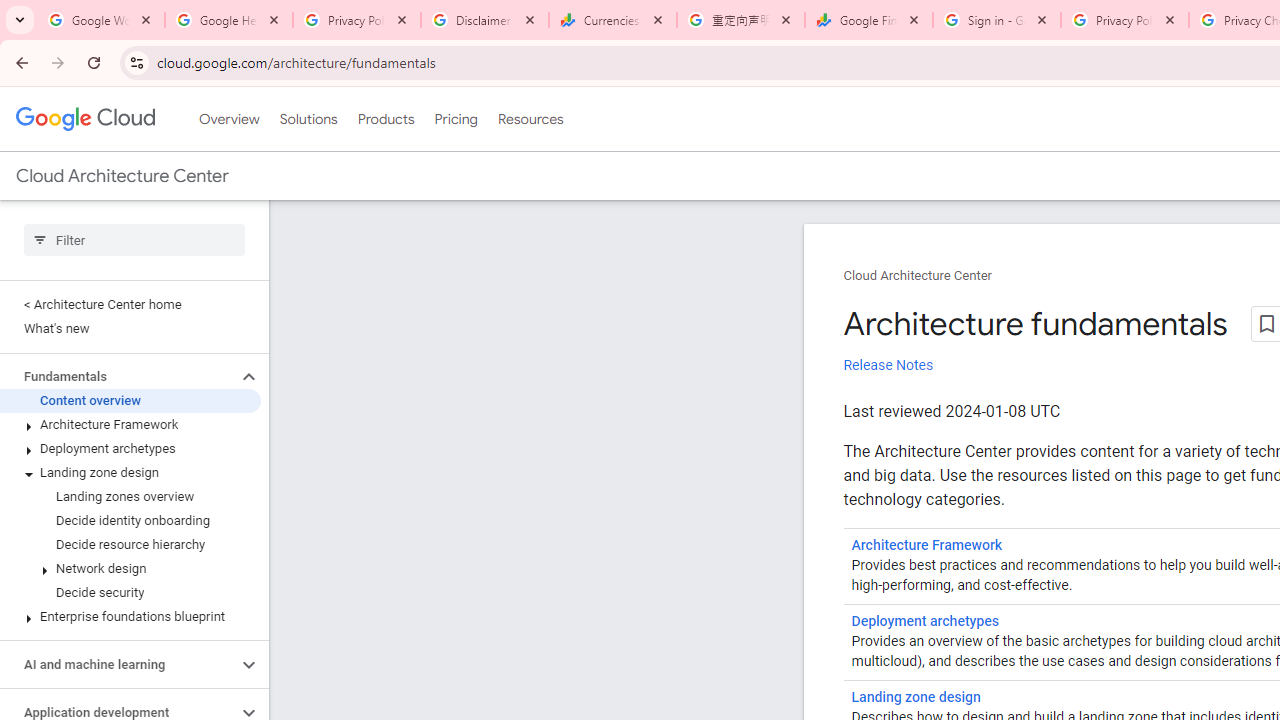 The image size is (1280, 720). Describe the element at coordinates (923, 620) in the screenshot. I see `'Deployment archetypes'` at that location.